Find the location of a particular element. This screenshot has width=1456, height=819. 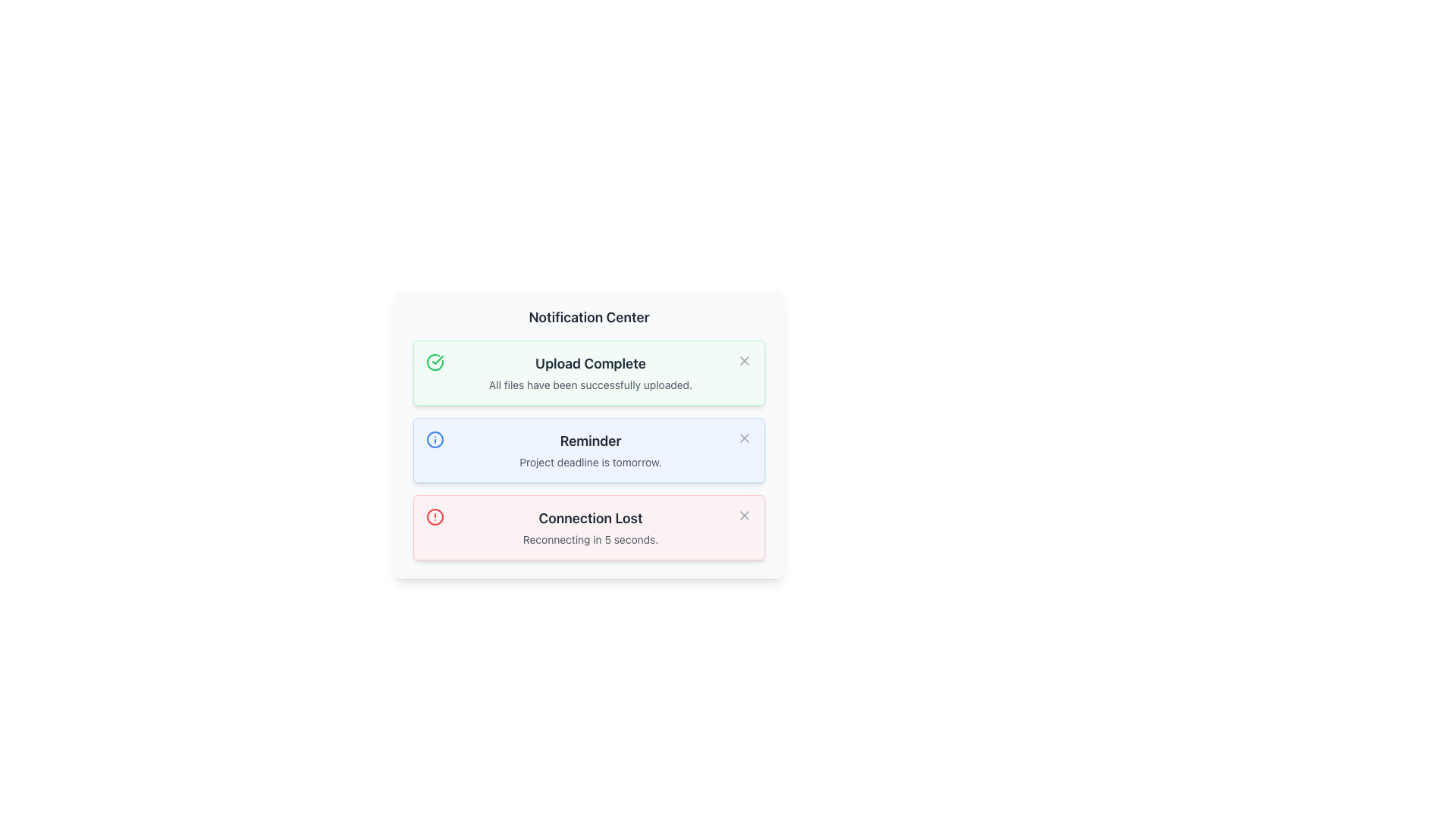

the static text element reading 'All files have been successfully uploaded.' which is located below the title 'Upload Complete' in the first notification box is located at coordinates (589, 384).